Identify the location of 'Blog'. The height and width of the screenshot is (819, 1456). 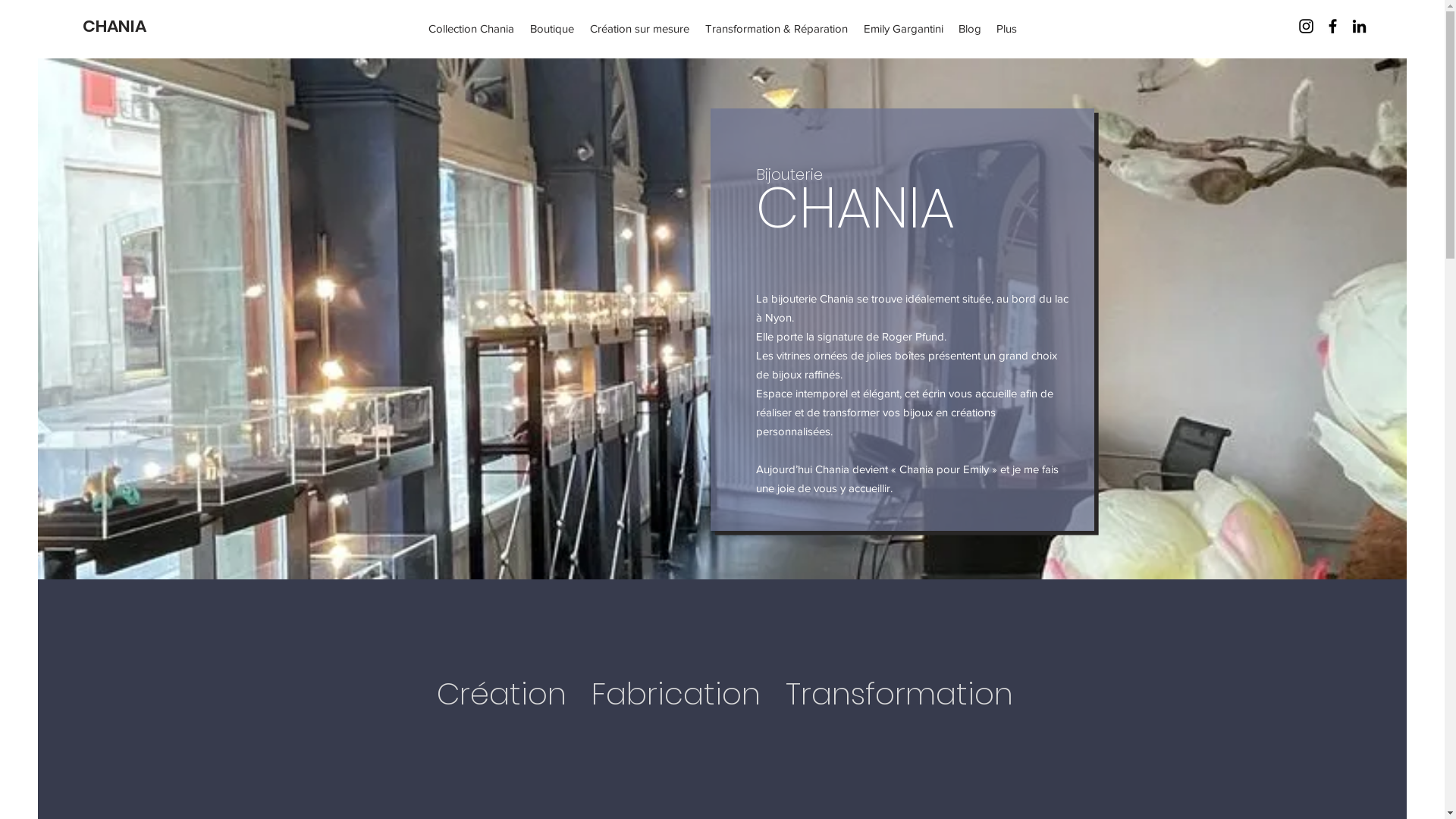
(968, 28).